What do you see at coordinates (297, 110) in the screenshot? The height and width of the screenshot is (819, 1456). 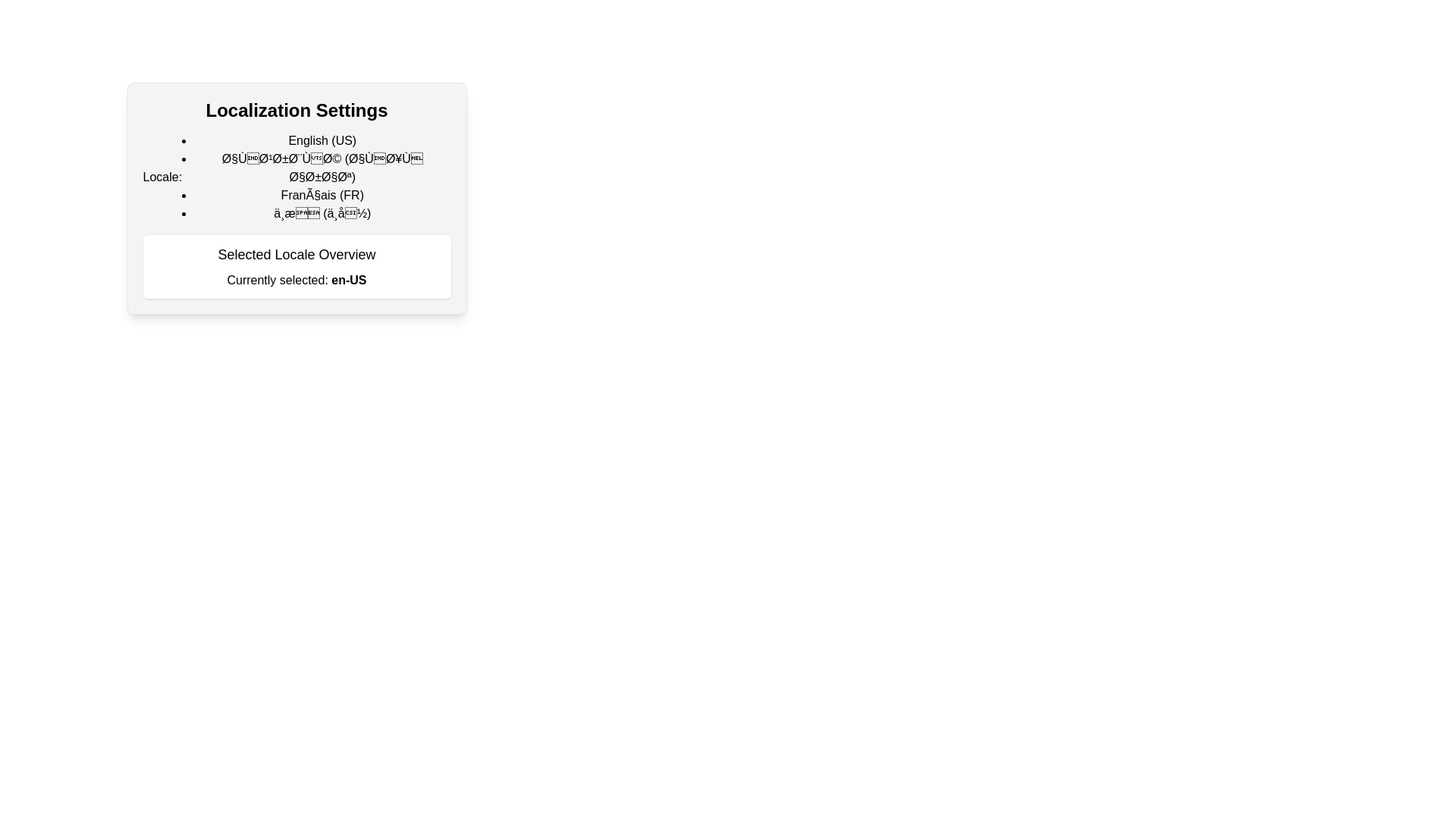 I see `the title text for the 'Localization Settings' section, which is centrally located at the top of the settings panel` at bounding box center [297, 110].